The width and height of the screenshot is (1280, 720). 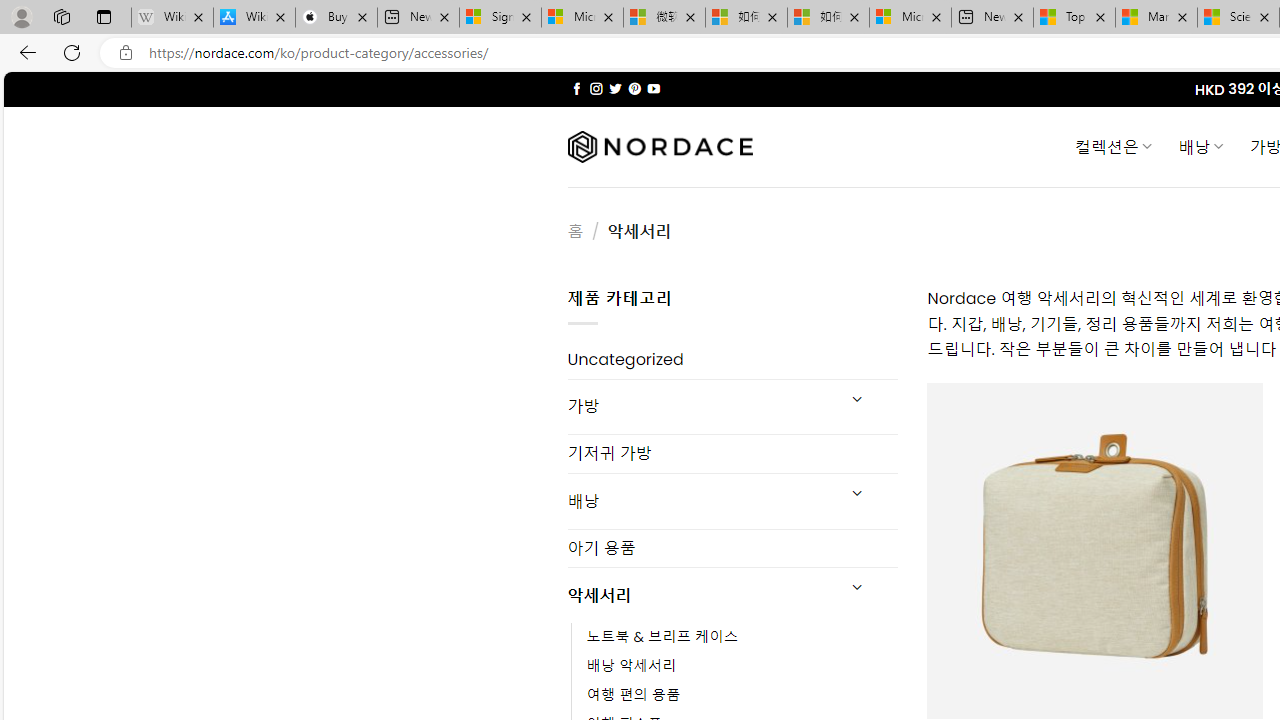 I want to click on 'Follow on YouTube', so click(x=653, y=88).